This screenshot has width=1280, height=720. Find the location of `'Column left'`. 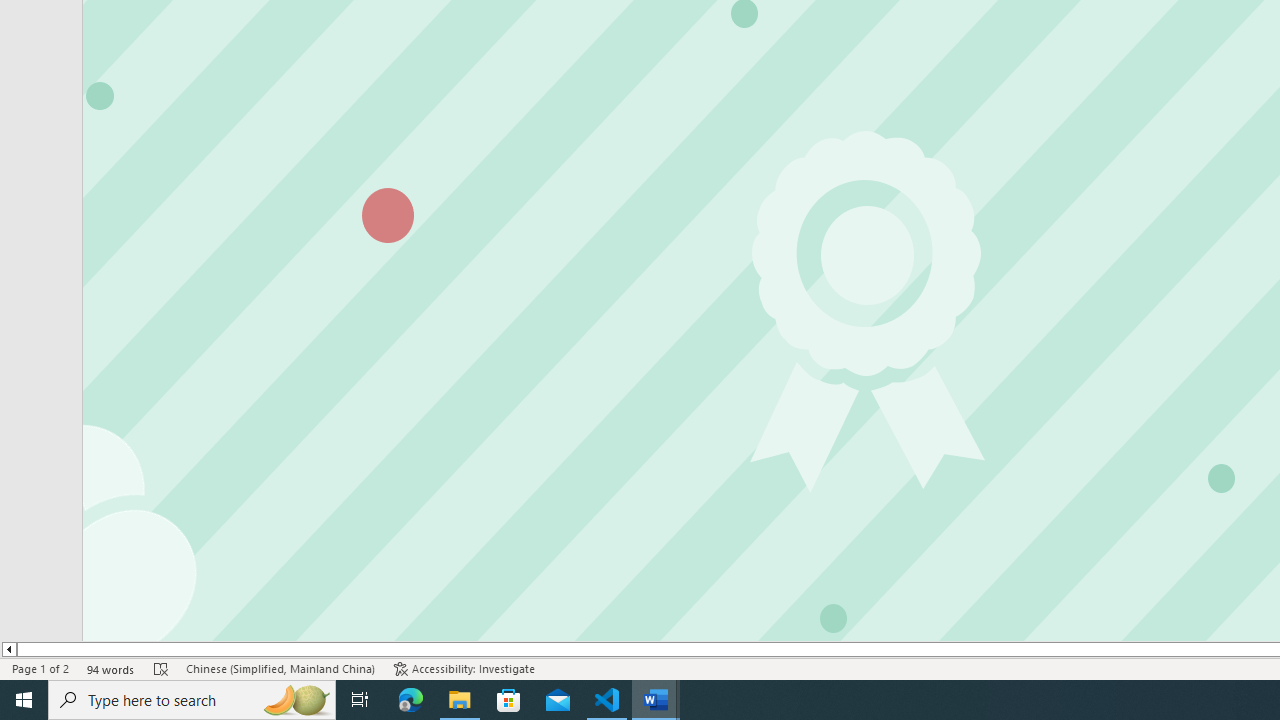

'Column left' is located at coordinates (8, 649).